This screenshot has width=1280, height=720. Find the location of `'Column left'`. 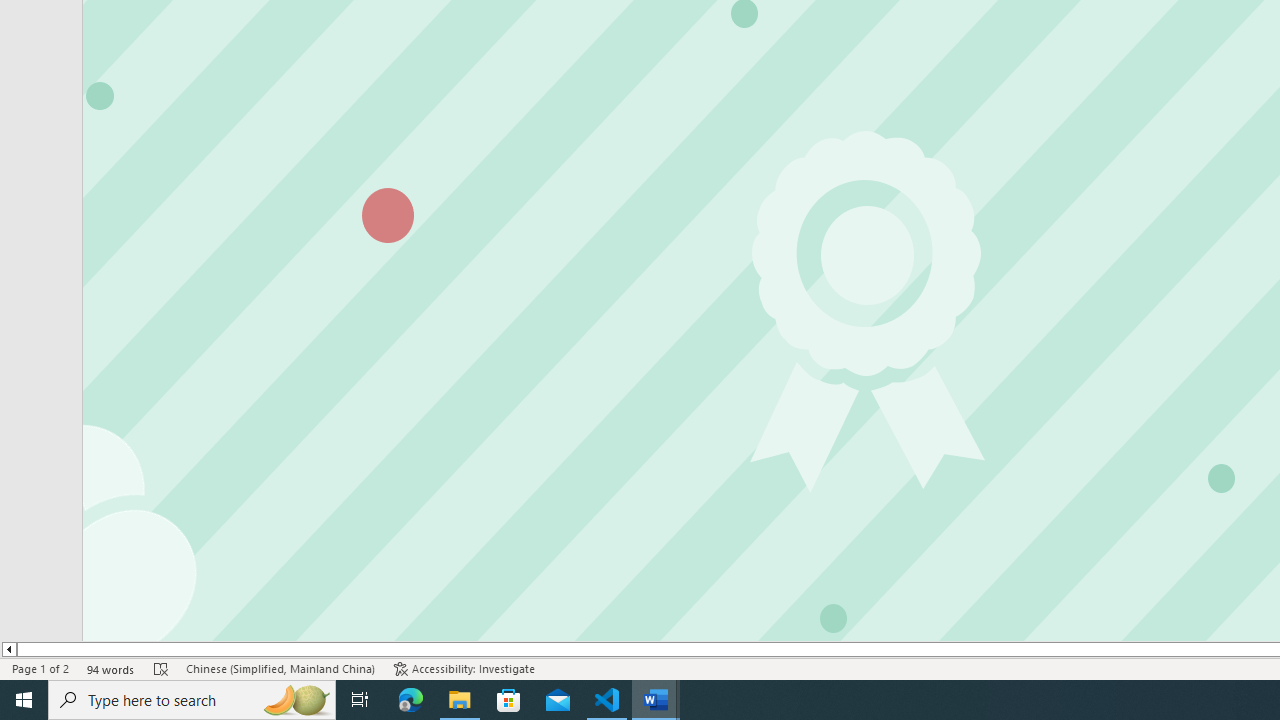

'Column left' is located at coordinates (8, 649).